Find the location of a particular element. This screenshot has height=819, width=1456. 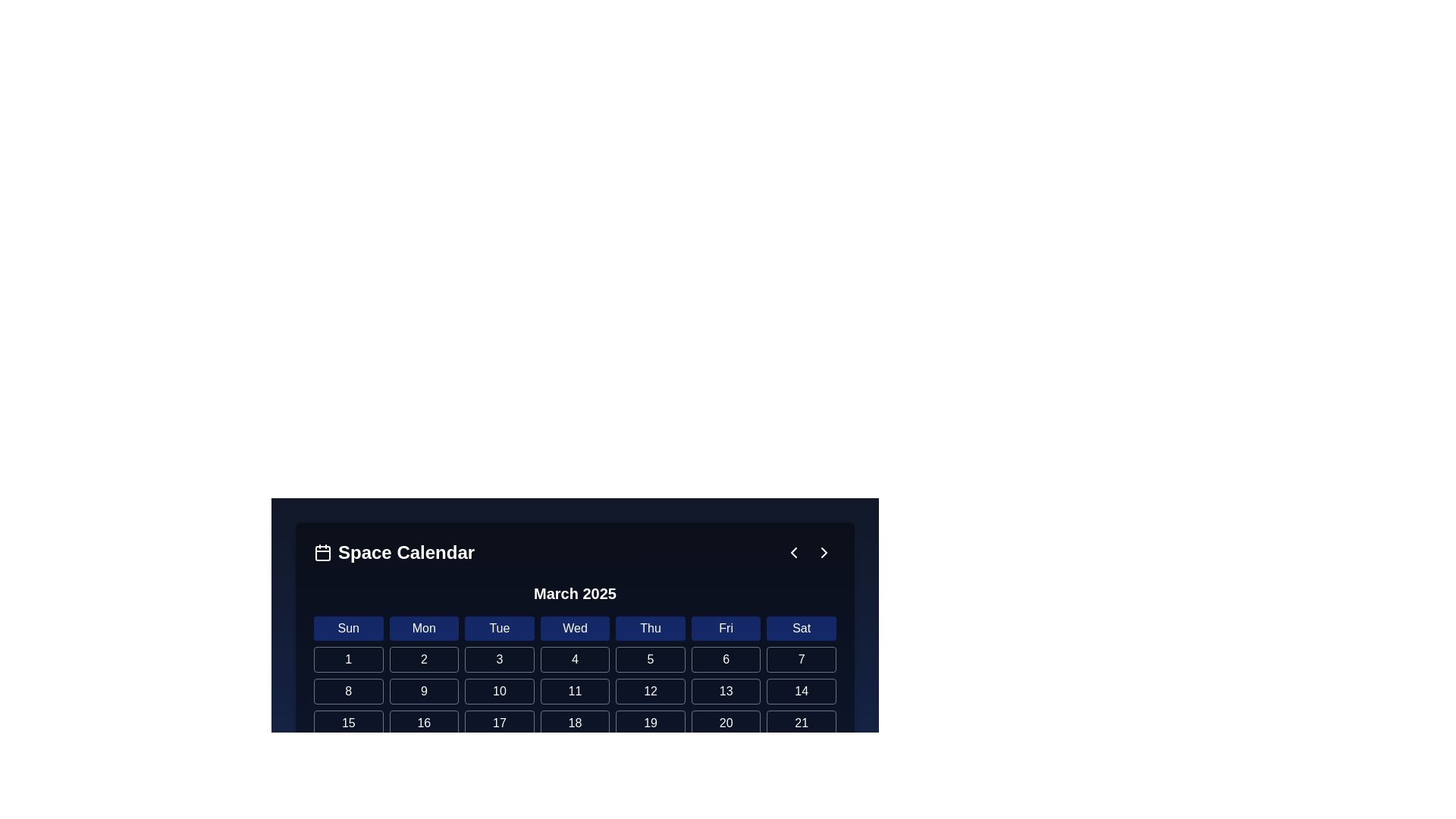

the button labeled '2', which has a dark background, light-colored text, and rounded corners is located at coordinates (424, 659).